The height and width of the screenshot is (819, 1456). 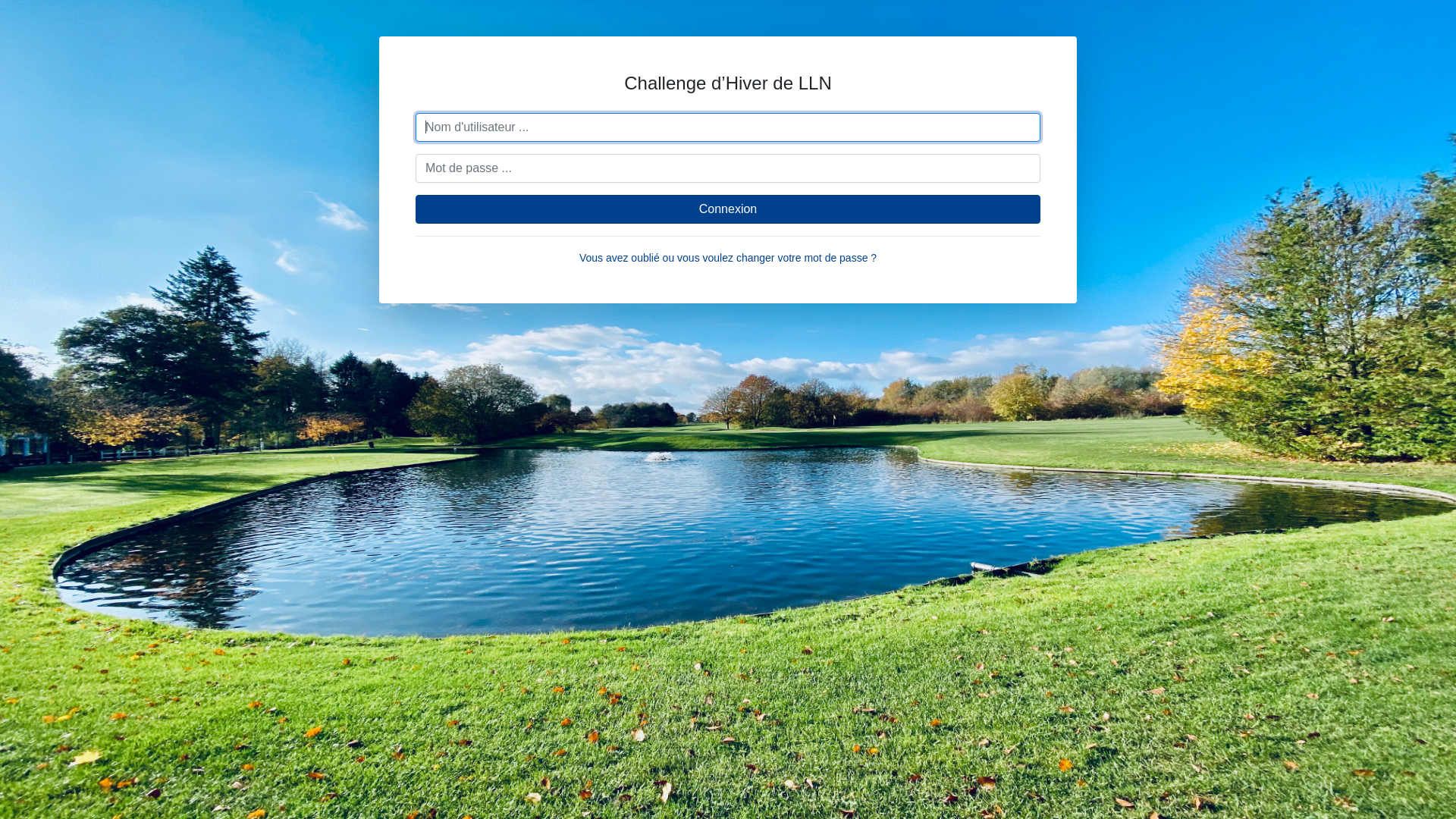 I want to click on 'Connexion', so click(x=728, y=209).